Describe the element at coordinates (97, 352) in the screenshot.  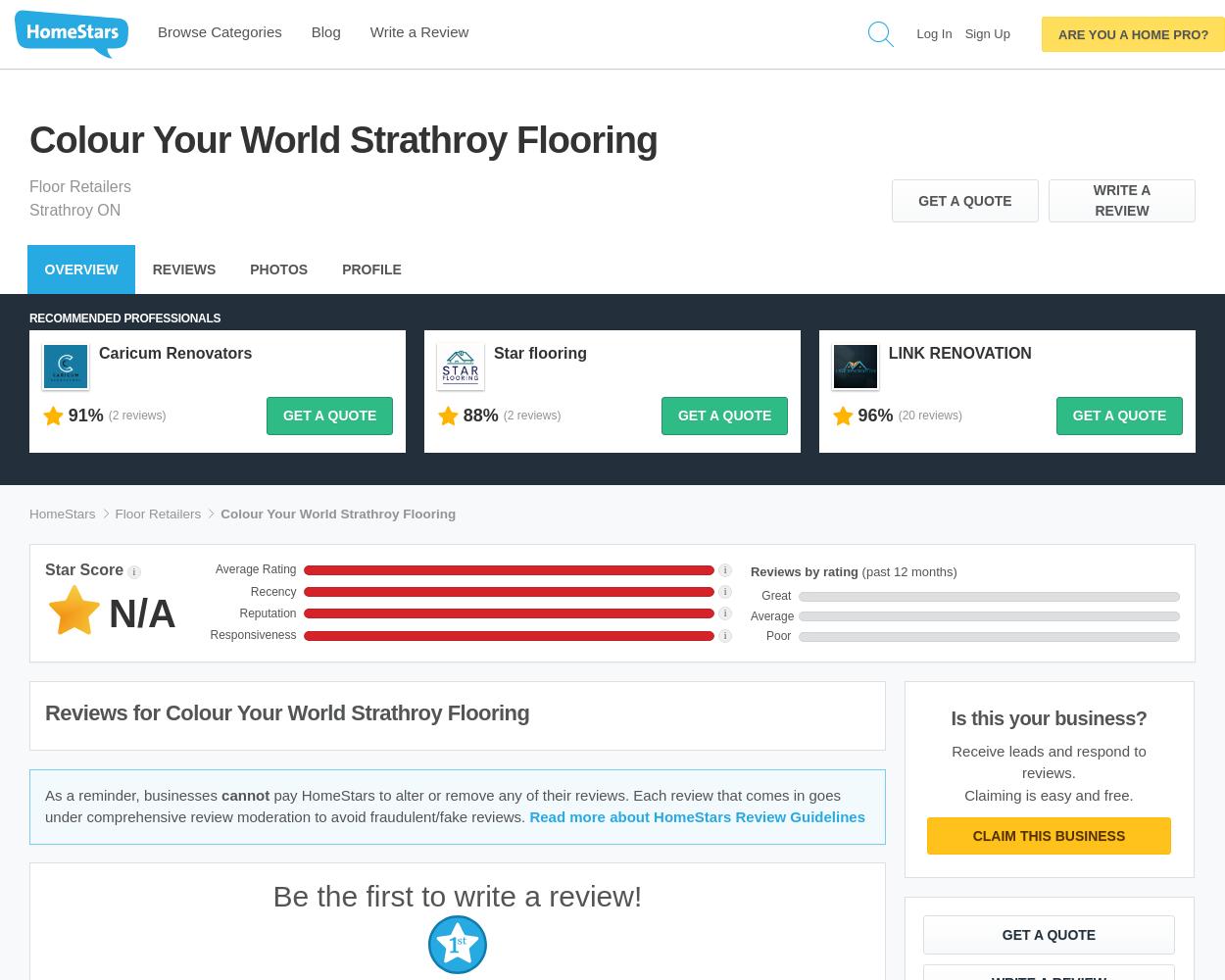
I see `'Caricum Renovators'` at that location.